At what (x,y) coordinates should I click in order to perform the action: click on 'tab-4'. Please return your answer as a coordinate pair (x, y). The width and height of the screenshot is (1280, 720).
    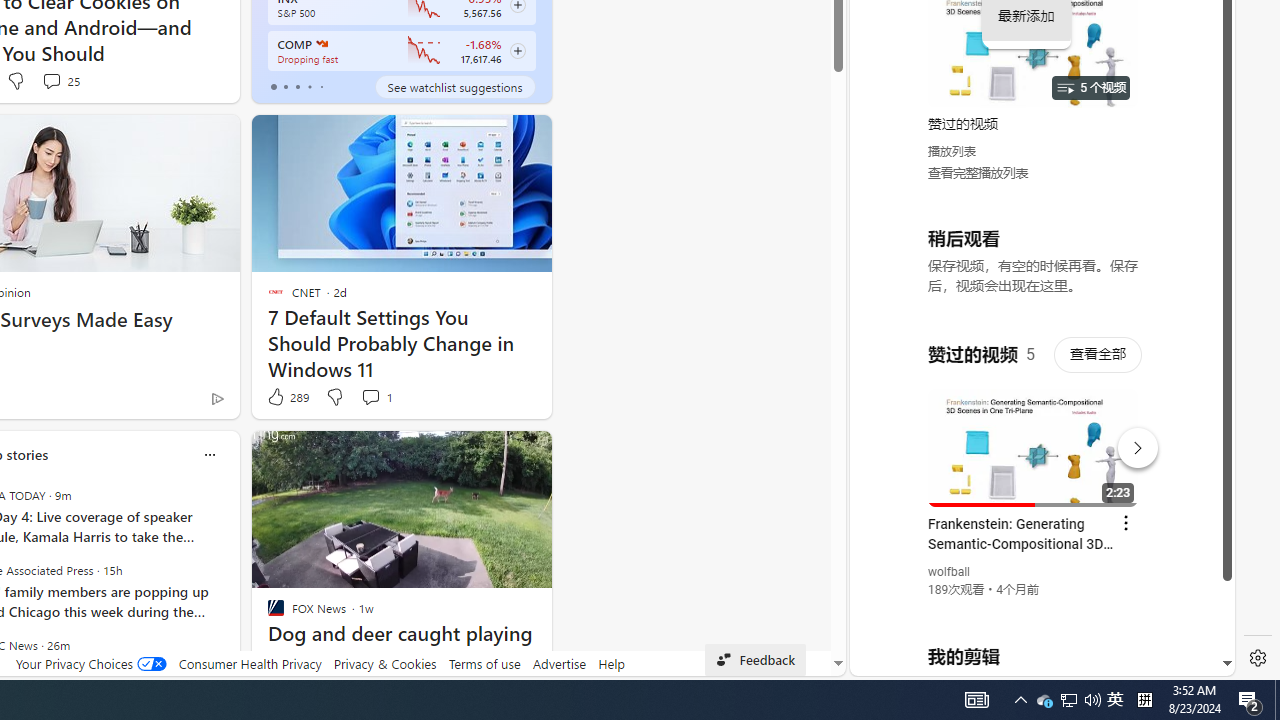
    Looking at the image, I should click on (321, 86).